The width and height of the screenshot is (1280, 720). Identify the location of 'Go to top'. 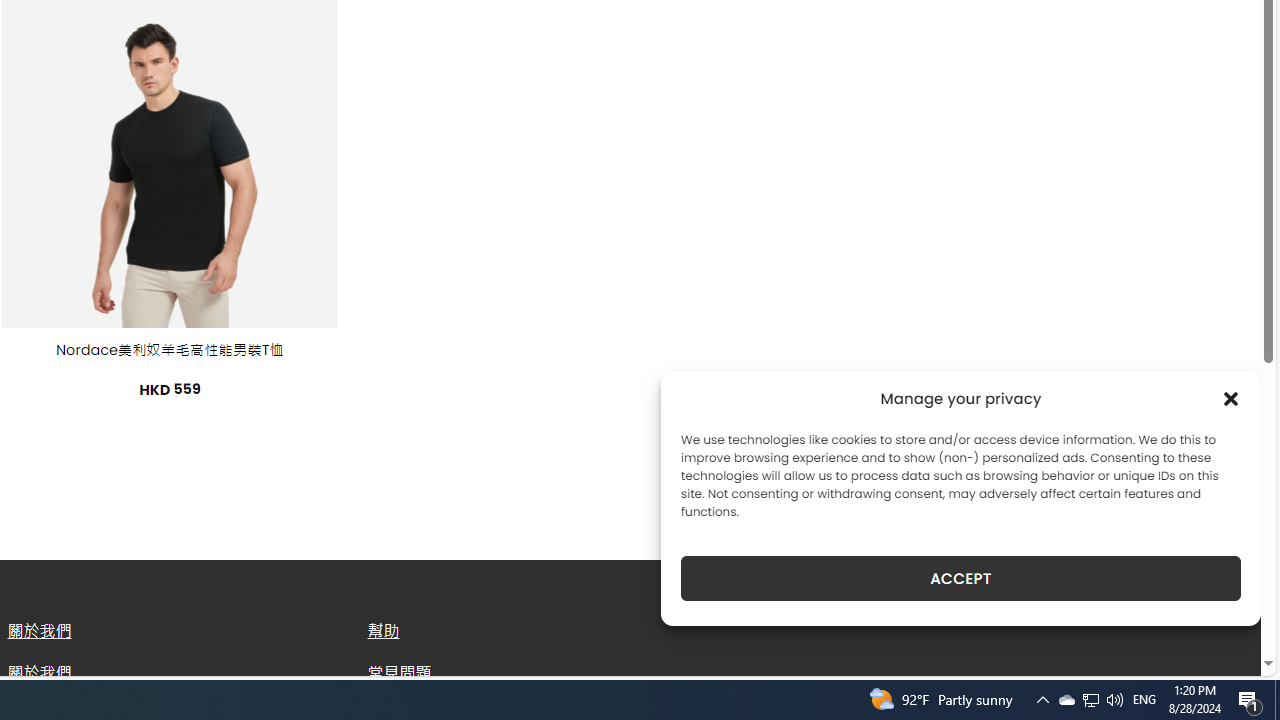
(1219, 648).